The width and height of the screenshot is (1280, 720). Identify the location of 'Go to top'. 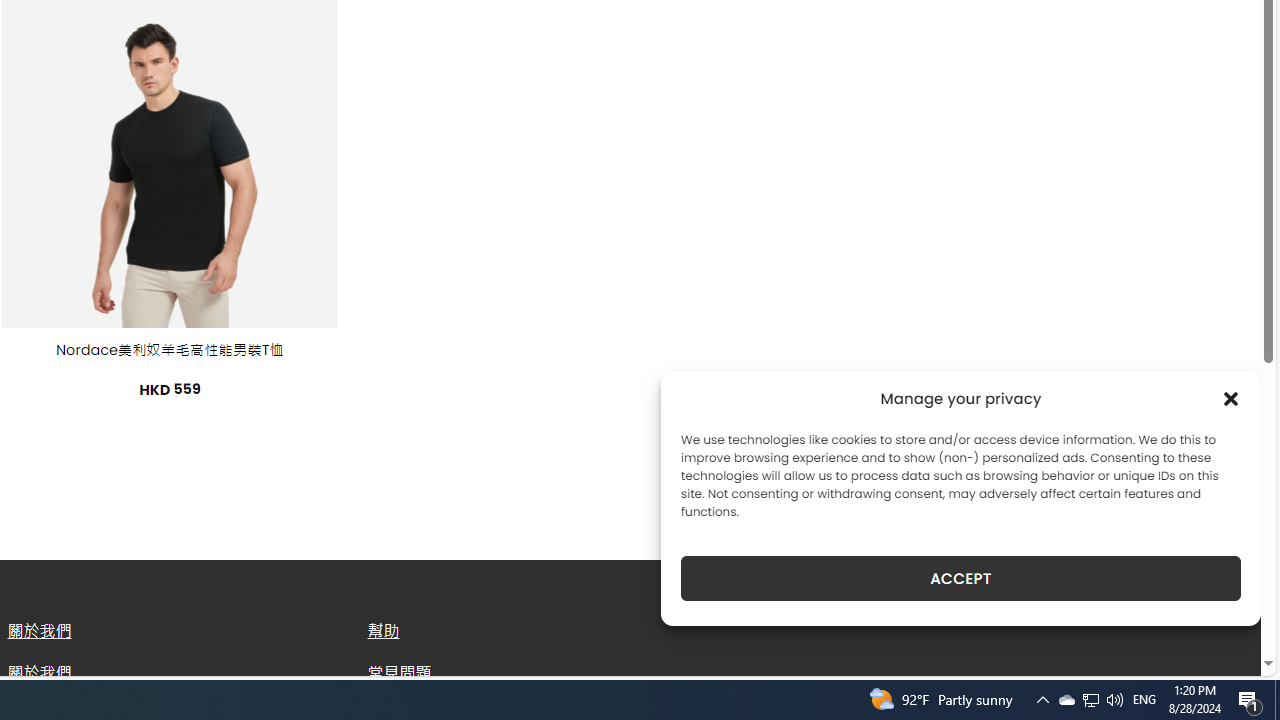
(1219, 648).